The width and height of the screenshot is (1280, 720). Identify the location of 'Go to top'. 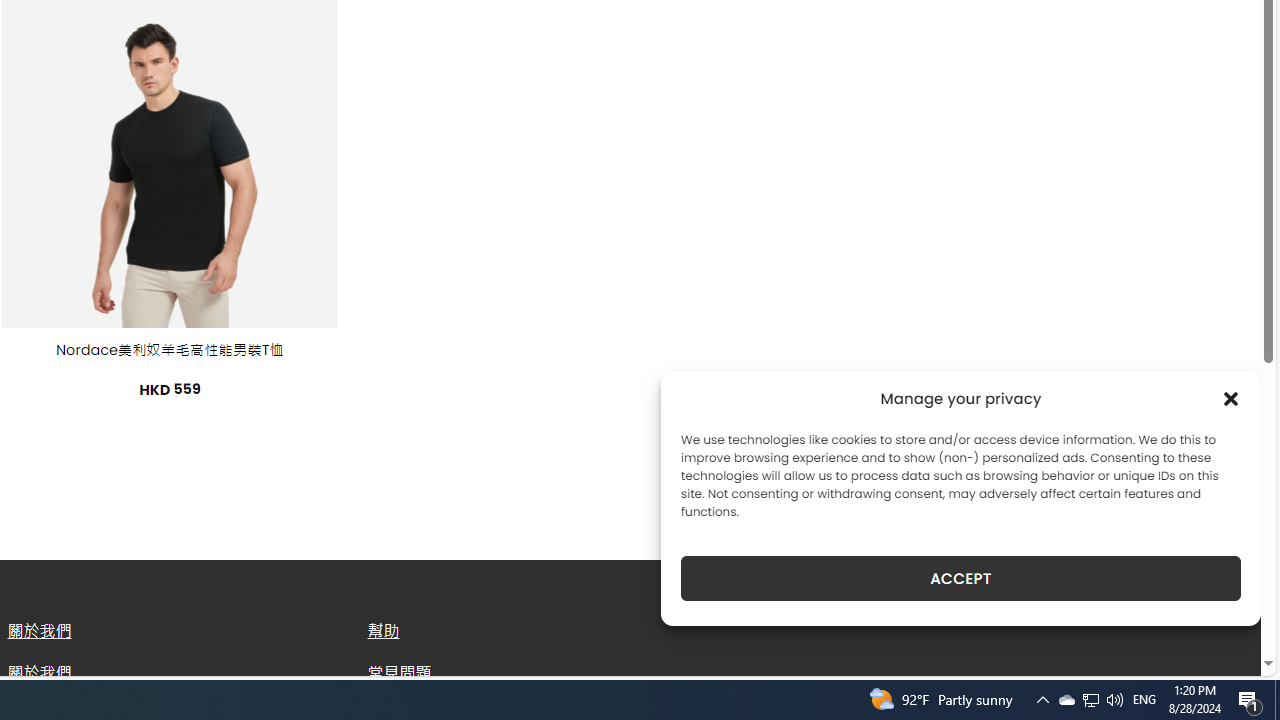
(1219, 648).